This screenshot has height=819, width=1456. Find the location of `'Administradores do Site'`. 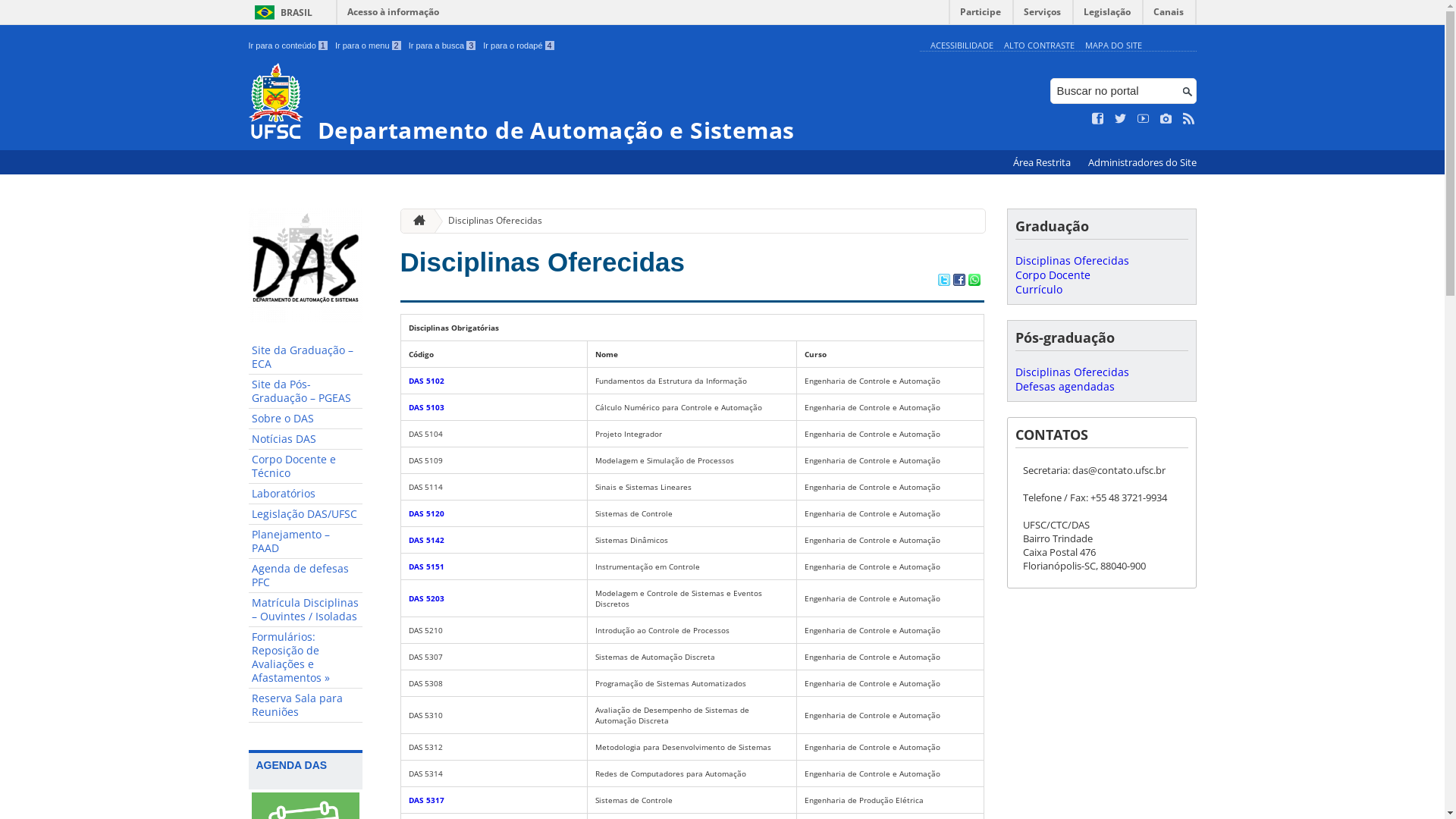

'Administradores do Site' is located at coordinates (1141, 162).